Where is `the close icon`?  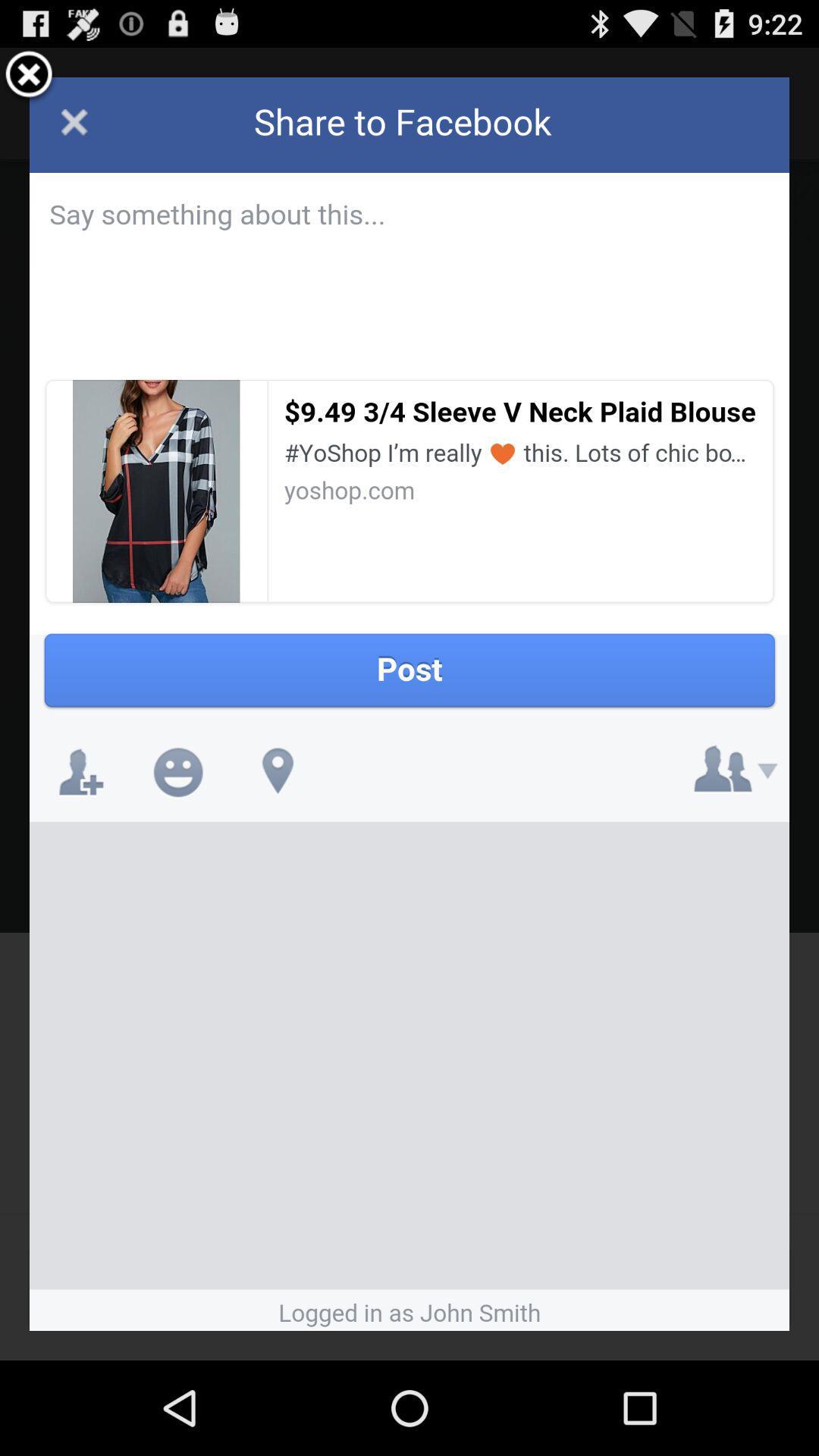 the close icon is located at coordinates (29, 81).